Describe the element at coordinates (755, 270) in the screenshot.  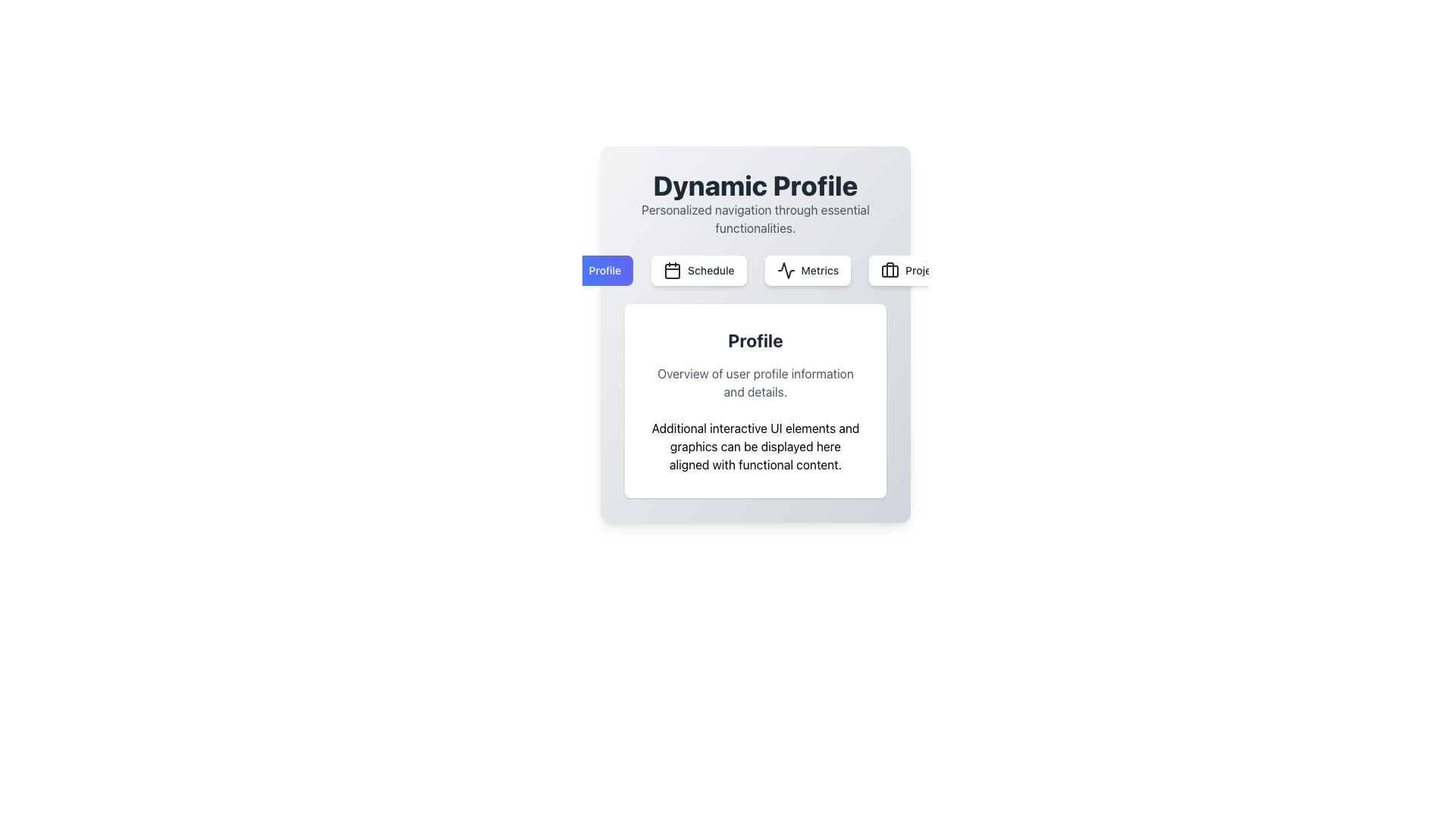
I see `the 'Metrics' button in the navigation bar under 'Dynamic Profile'` at that location.